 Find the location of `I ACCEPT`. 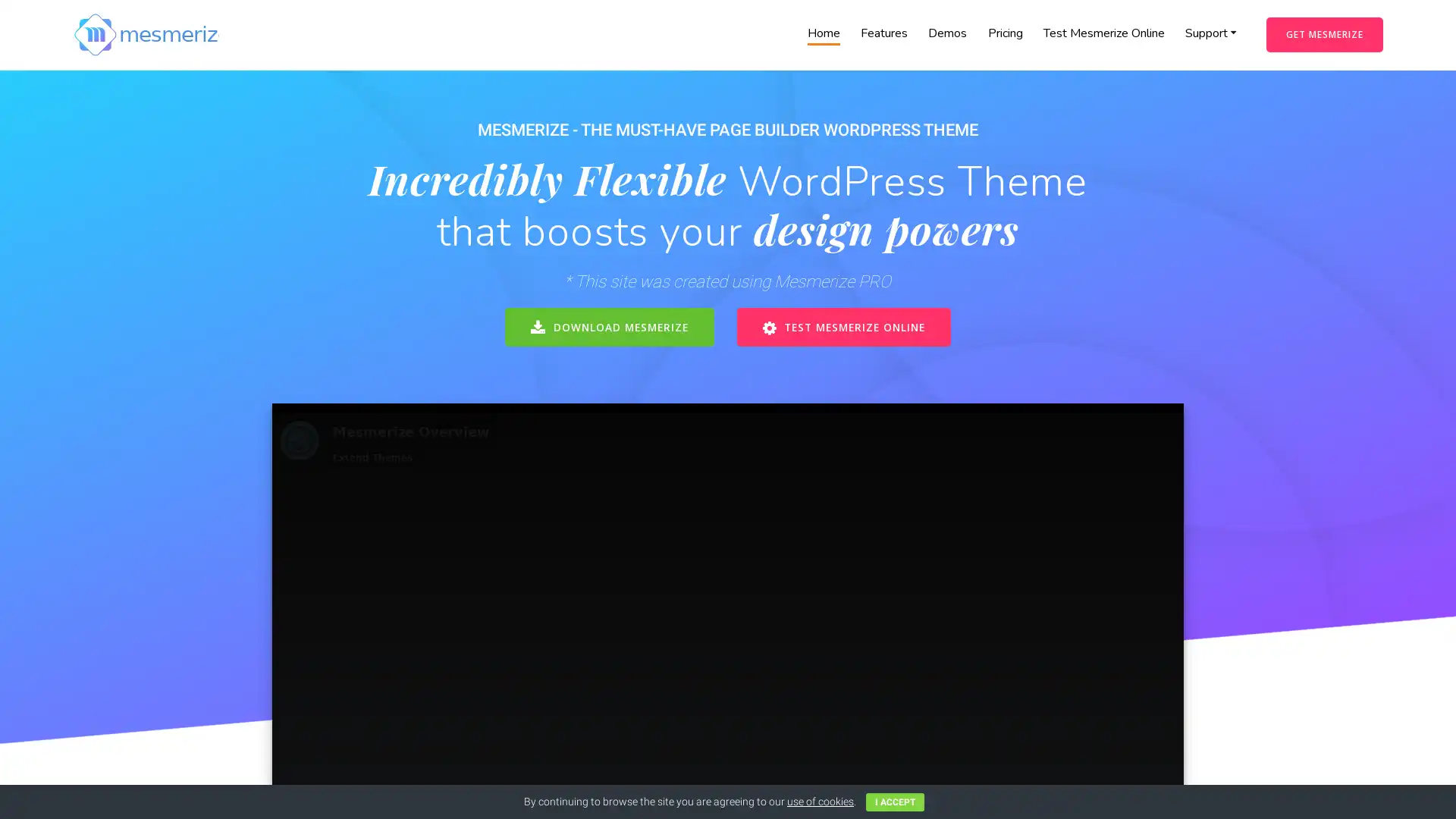

I ACCEPT is located at coordinates (895, 801).